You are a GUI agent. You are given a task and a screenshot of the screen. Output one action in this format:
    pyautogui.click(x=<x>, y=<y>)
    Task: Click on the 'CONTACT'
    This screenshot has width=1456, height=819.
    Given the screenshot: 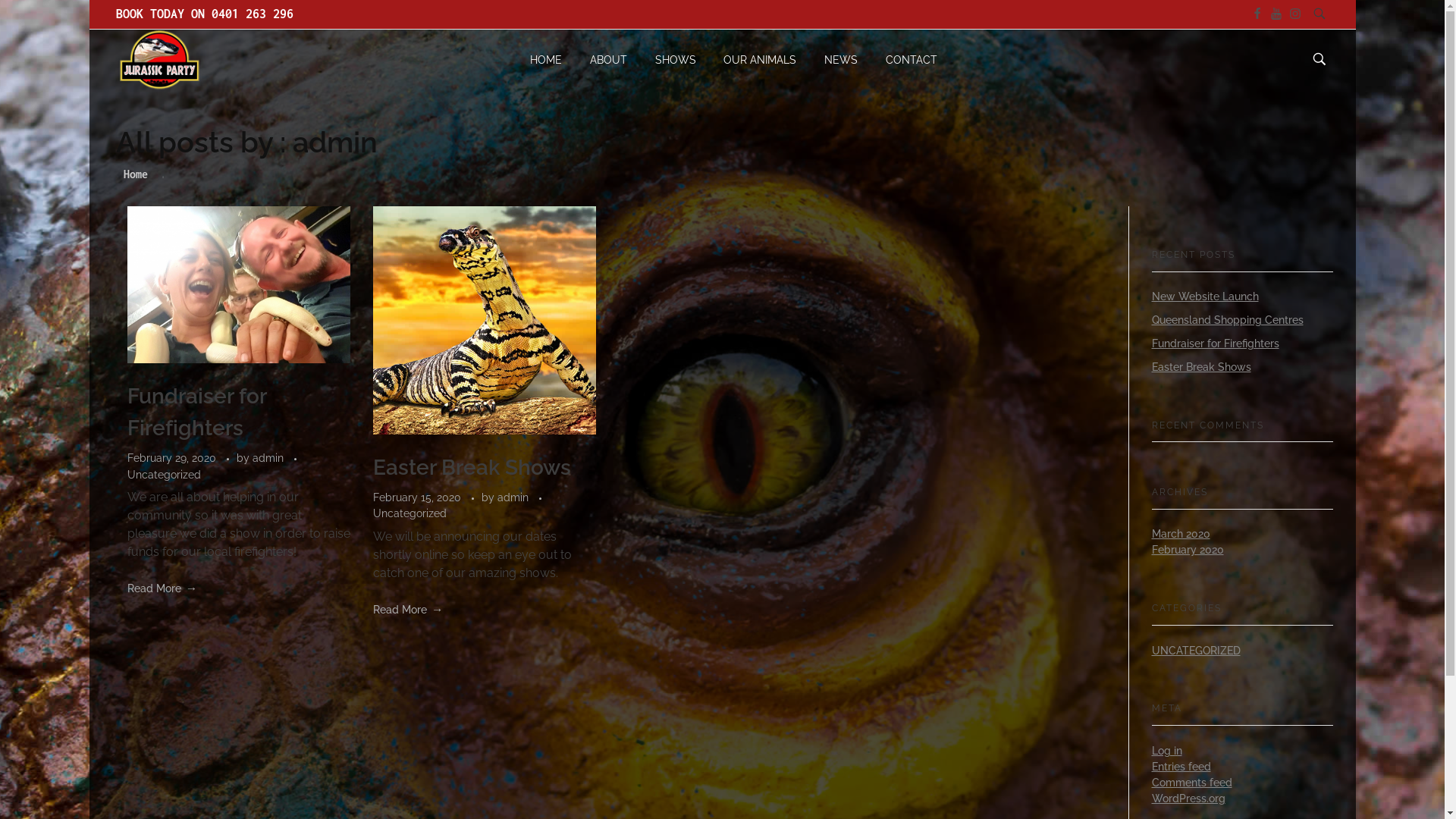 What is the action you would take?
    pyautogui.click(x=905, y=58)
    